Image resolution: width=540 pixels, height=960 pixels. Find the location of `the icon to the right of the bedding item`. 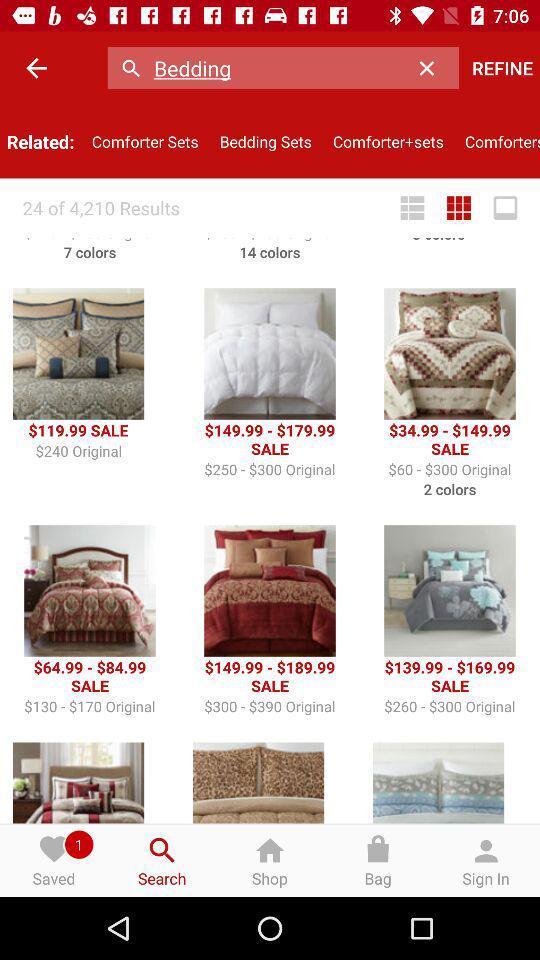

the icon to the right of the bedding item is located at coordinates (431, 68).